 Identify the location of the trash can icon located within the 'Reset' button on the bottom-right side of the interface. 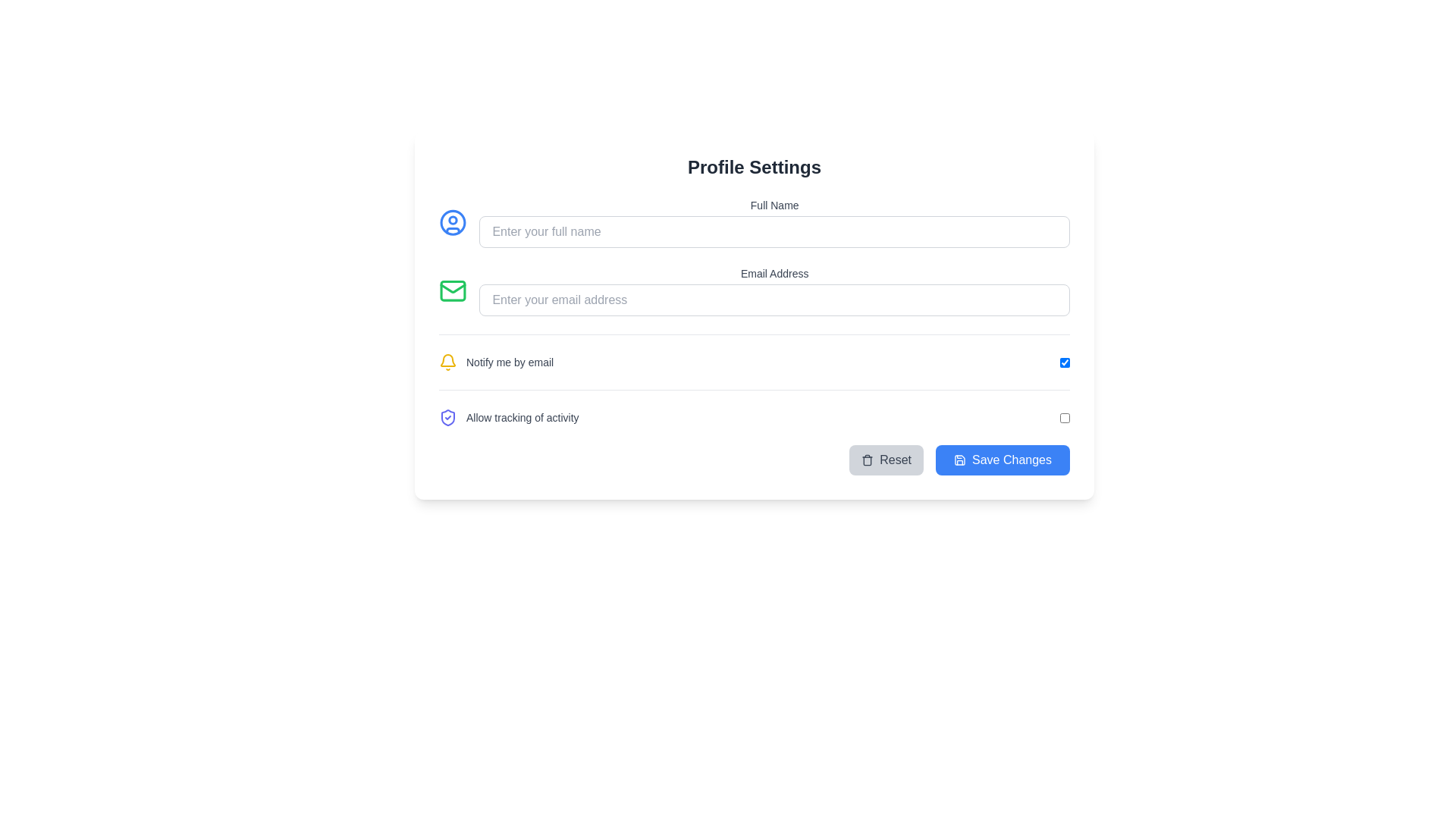
(868, 459).